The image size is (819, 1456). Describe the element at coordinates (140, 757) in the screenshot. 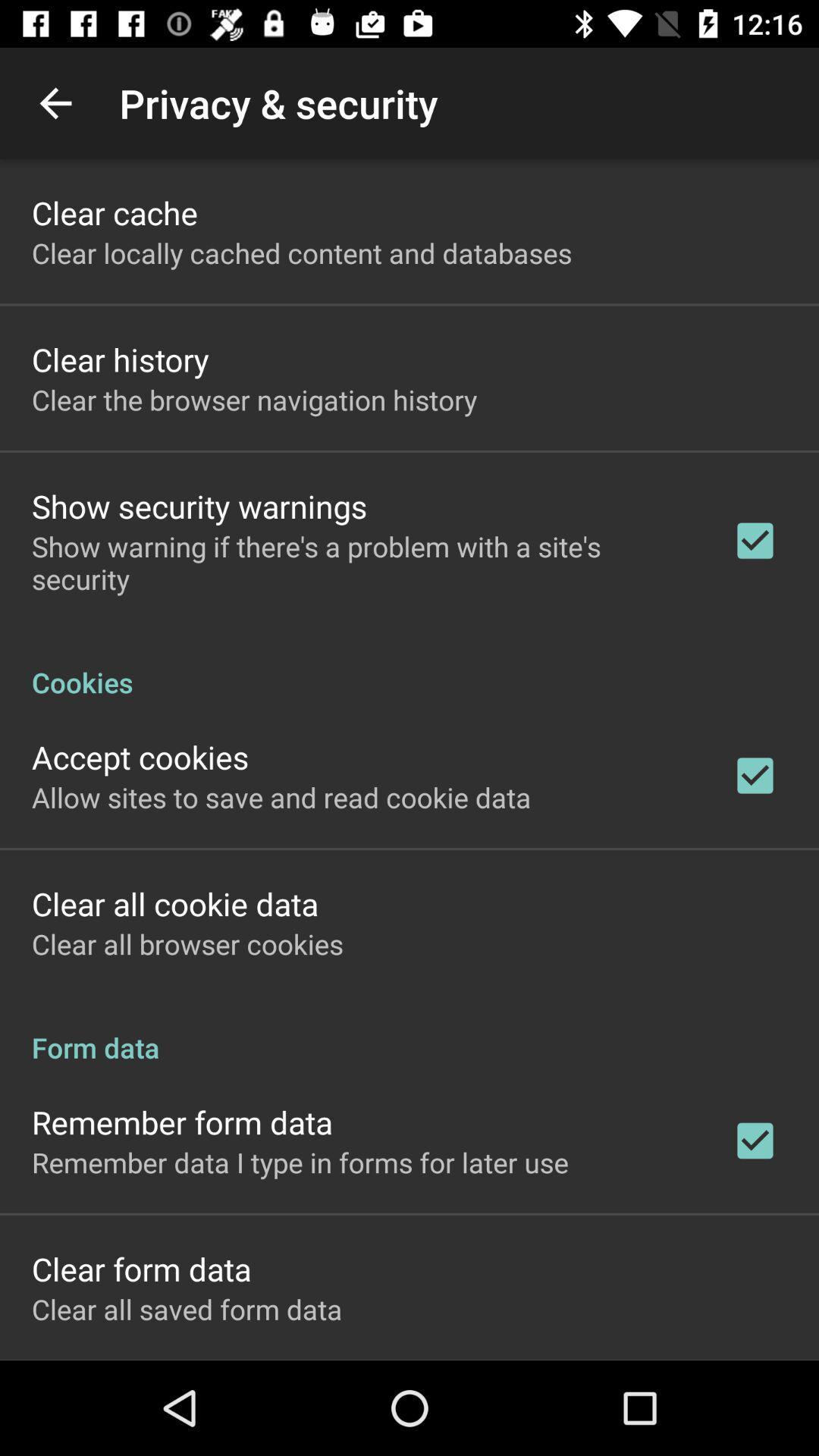

I see `the accept cookies item` at that location.